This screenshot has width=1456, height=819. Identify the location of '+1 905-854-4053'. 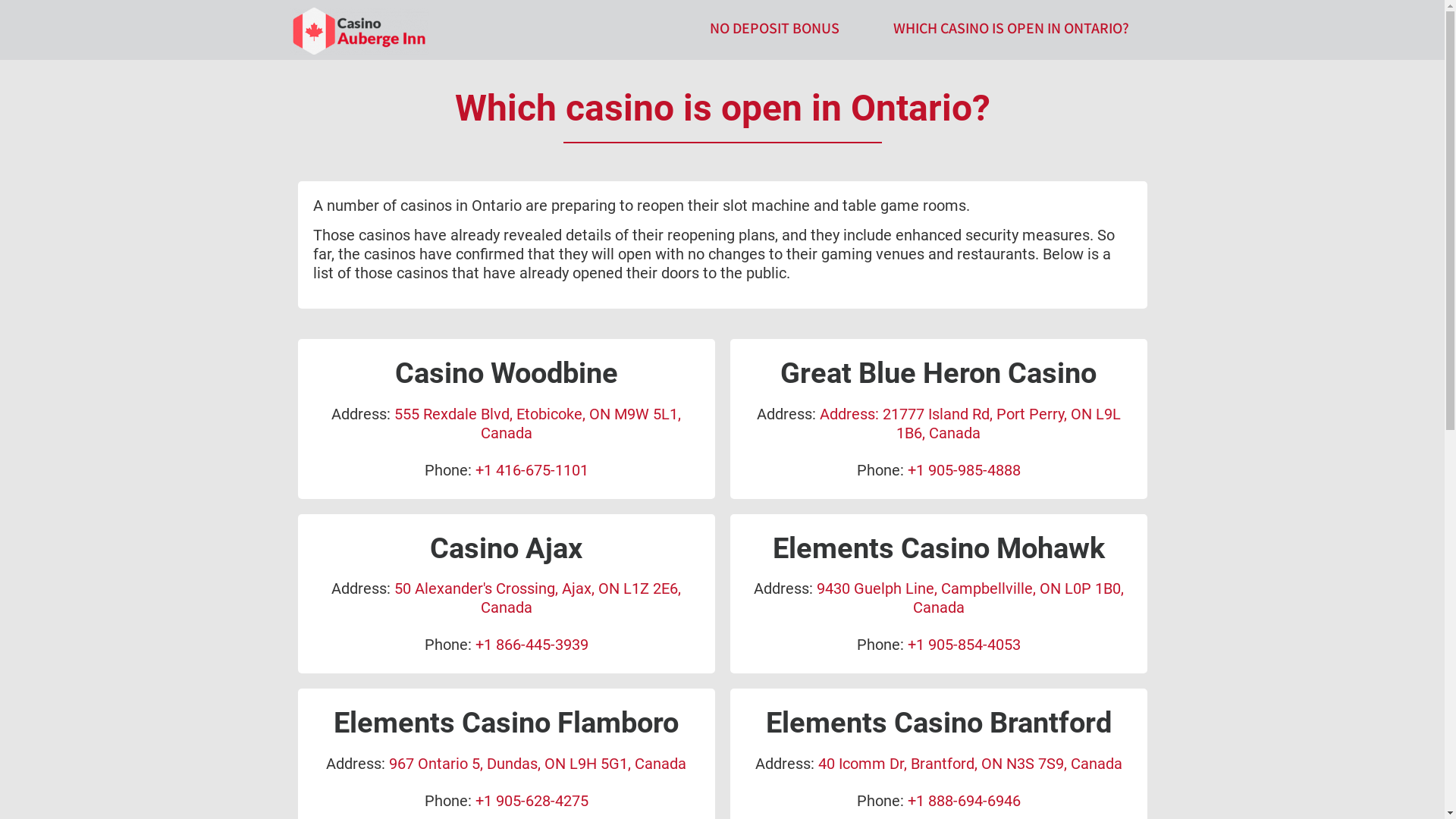
(962, 644).